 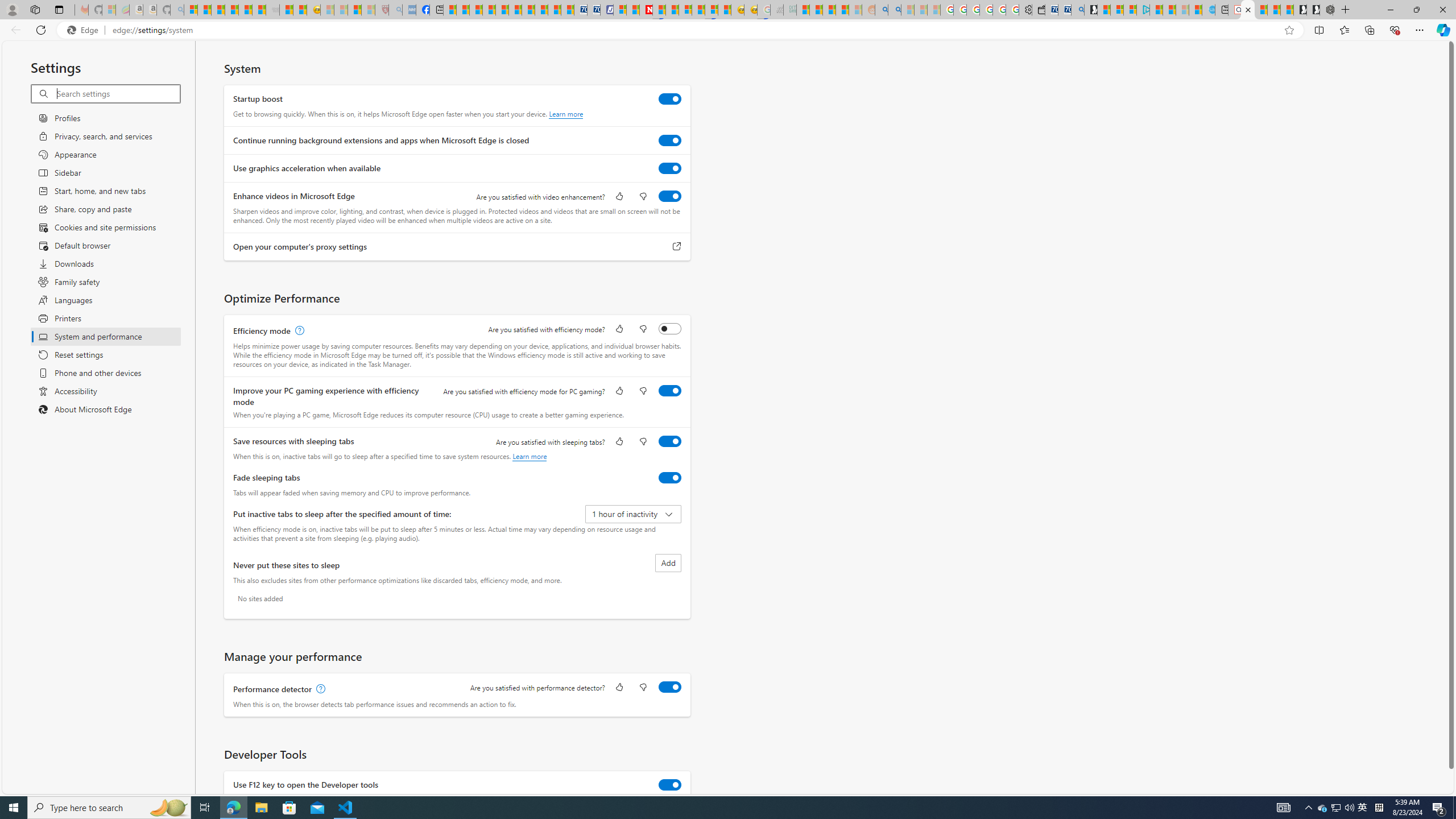 What do you see at coordinates (1077, 9) in the screenshot?
I see `'Bing Real Estate - Home sales and rental listings'` at bounding box center [1077, 9].